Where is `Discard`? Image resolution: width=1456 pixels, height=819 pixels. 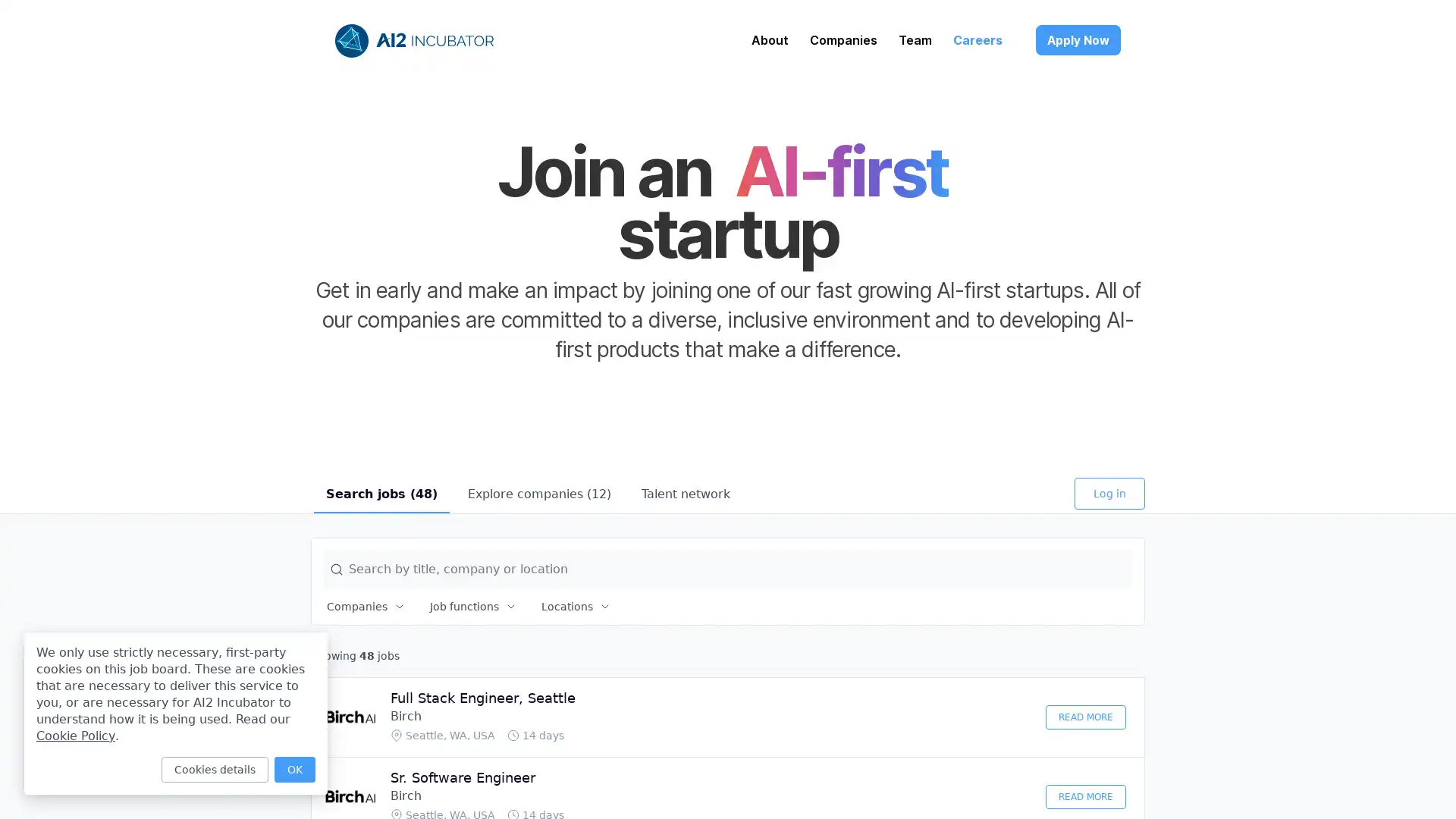 Discard is located at coordinates (1001, 717).